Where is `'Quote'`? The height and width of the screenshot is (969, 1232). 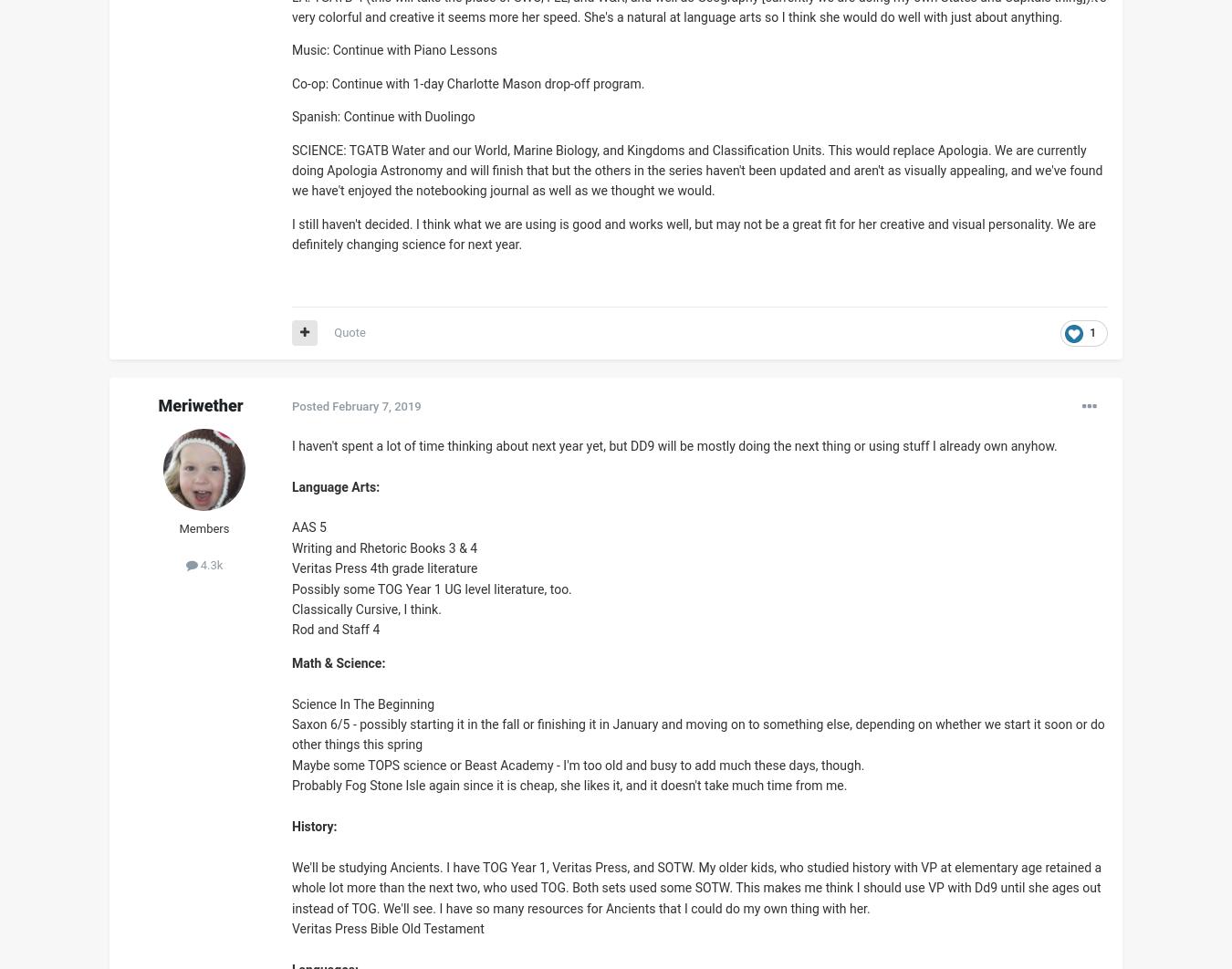 'Quote' is located at coordinates (349, 331).